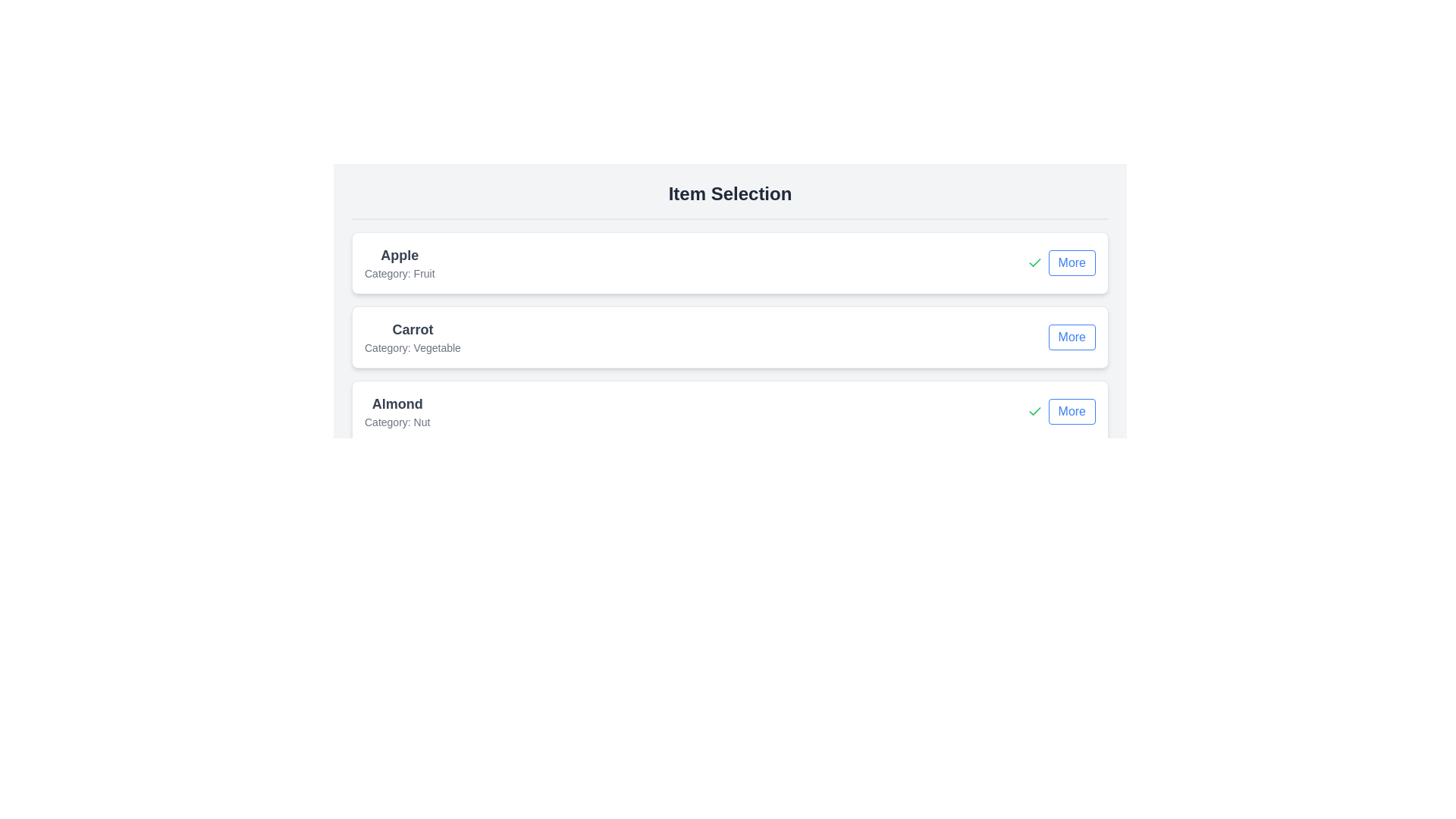  I want to click on text content of the Text Label that serves as a title or heading for the section above the grid of items like 'Apple', 'Carrot', and 'Almond', so click(730, 193).